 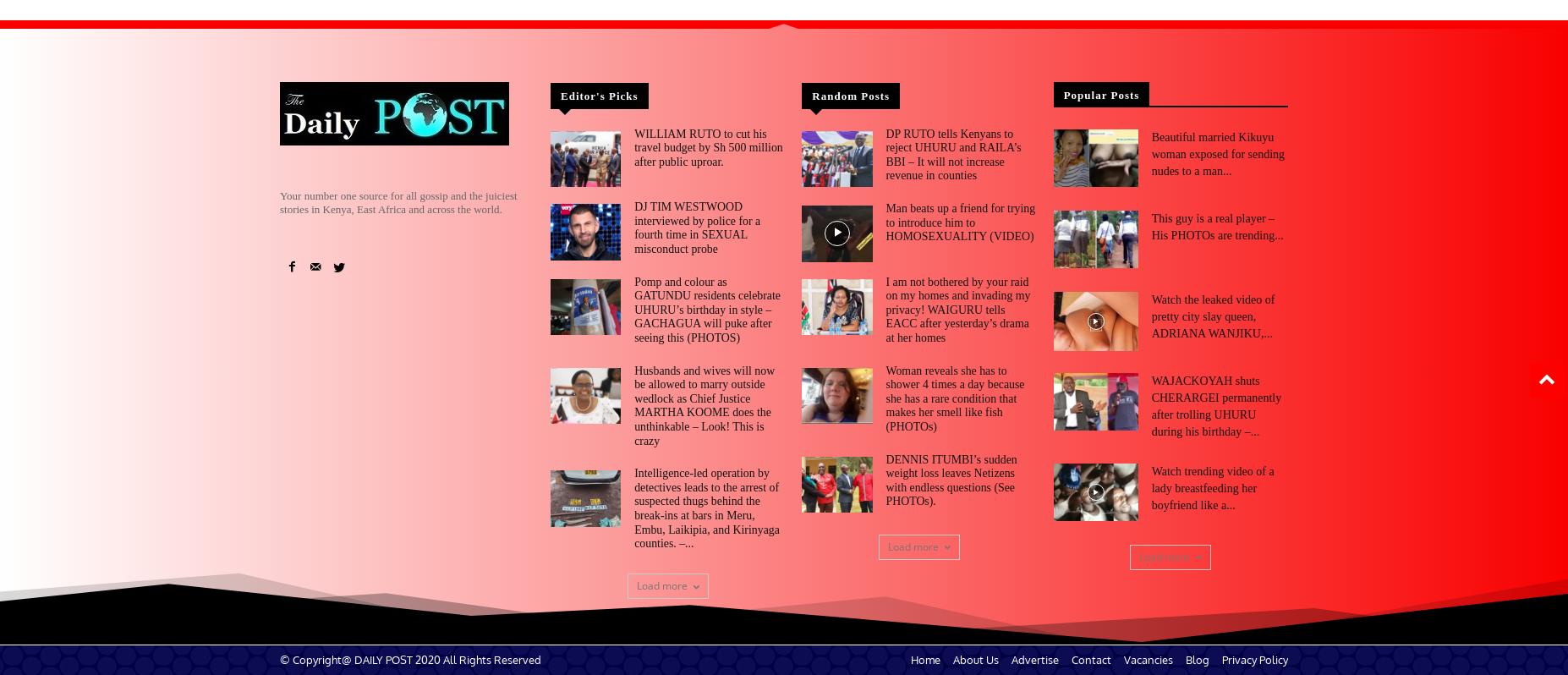 What do you see at coordinates (960, 383) in the screenshot?
I see `'Woman reveals she has to shower 4 times a day because she has a rare condition that makes her smell like fish (PHOTOs)'` at bounding box center [960, 383].